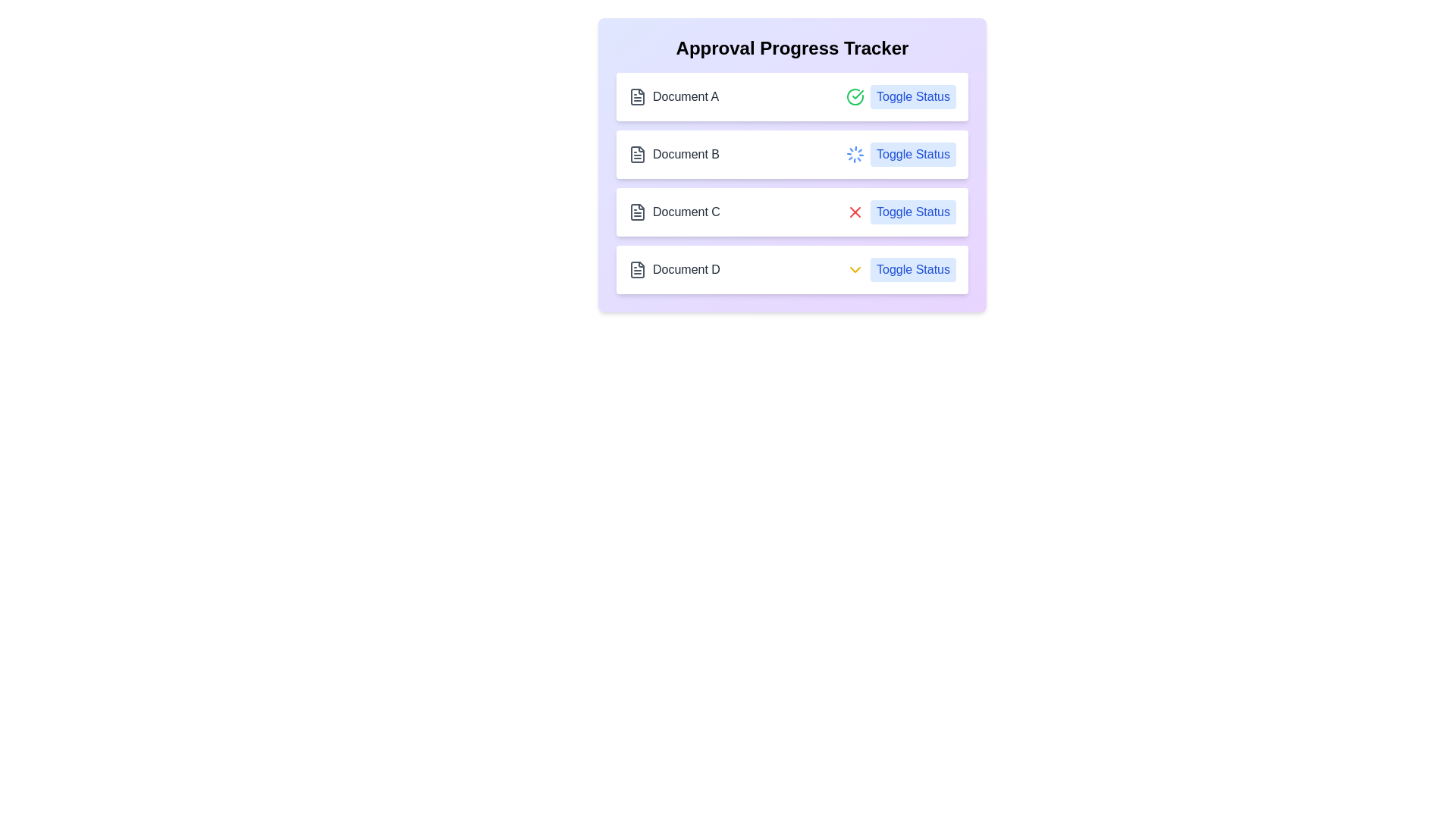 This screenshot has height=819, width=1456. I want to click on the toggle button for 'Document A' located in the 'Approval Progress Tracker', so click(901, 96).